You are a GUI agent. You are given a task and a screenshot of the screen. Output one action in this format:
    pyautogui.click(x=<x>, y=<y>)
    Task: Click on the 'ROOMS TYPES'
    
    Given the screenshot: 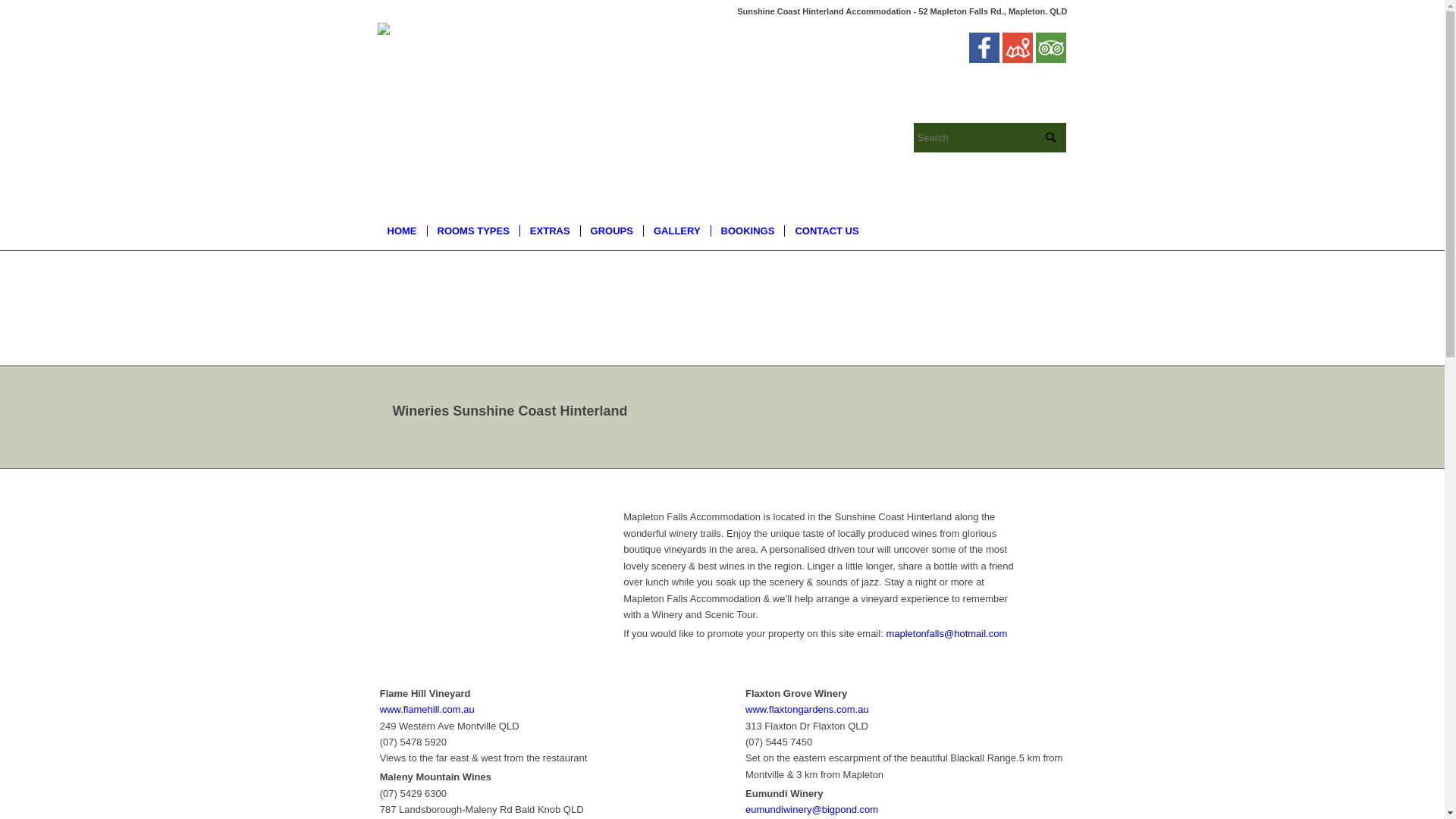 What is the action you would take?
    pyautogui.click(x=472, y=231)
    